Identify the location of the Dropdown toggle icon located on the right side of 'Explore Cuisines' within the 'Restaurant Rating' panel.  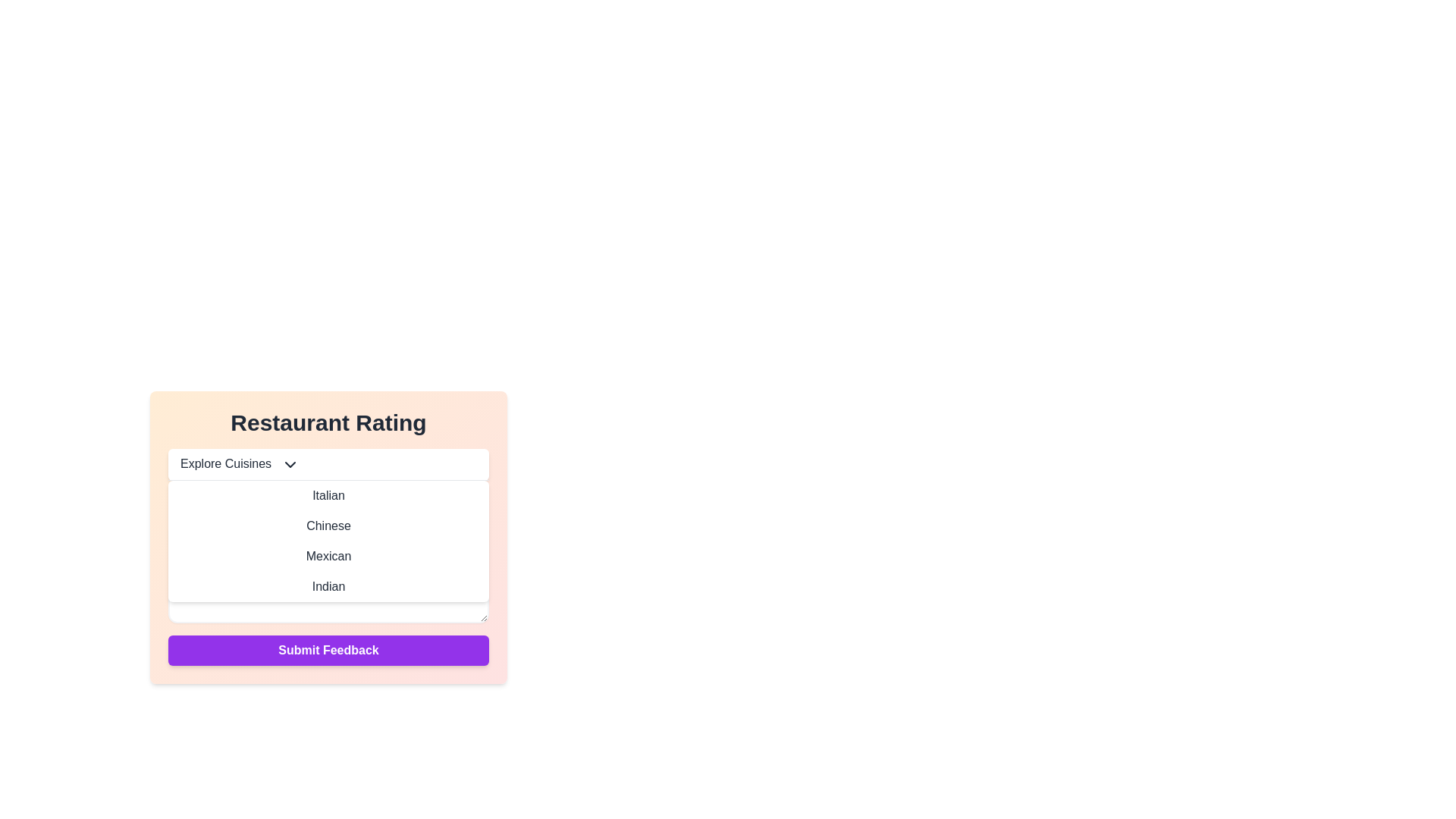
(290, 463).